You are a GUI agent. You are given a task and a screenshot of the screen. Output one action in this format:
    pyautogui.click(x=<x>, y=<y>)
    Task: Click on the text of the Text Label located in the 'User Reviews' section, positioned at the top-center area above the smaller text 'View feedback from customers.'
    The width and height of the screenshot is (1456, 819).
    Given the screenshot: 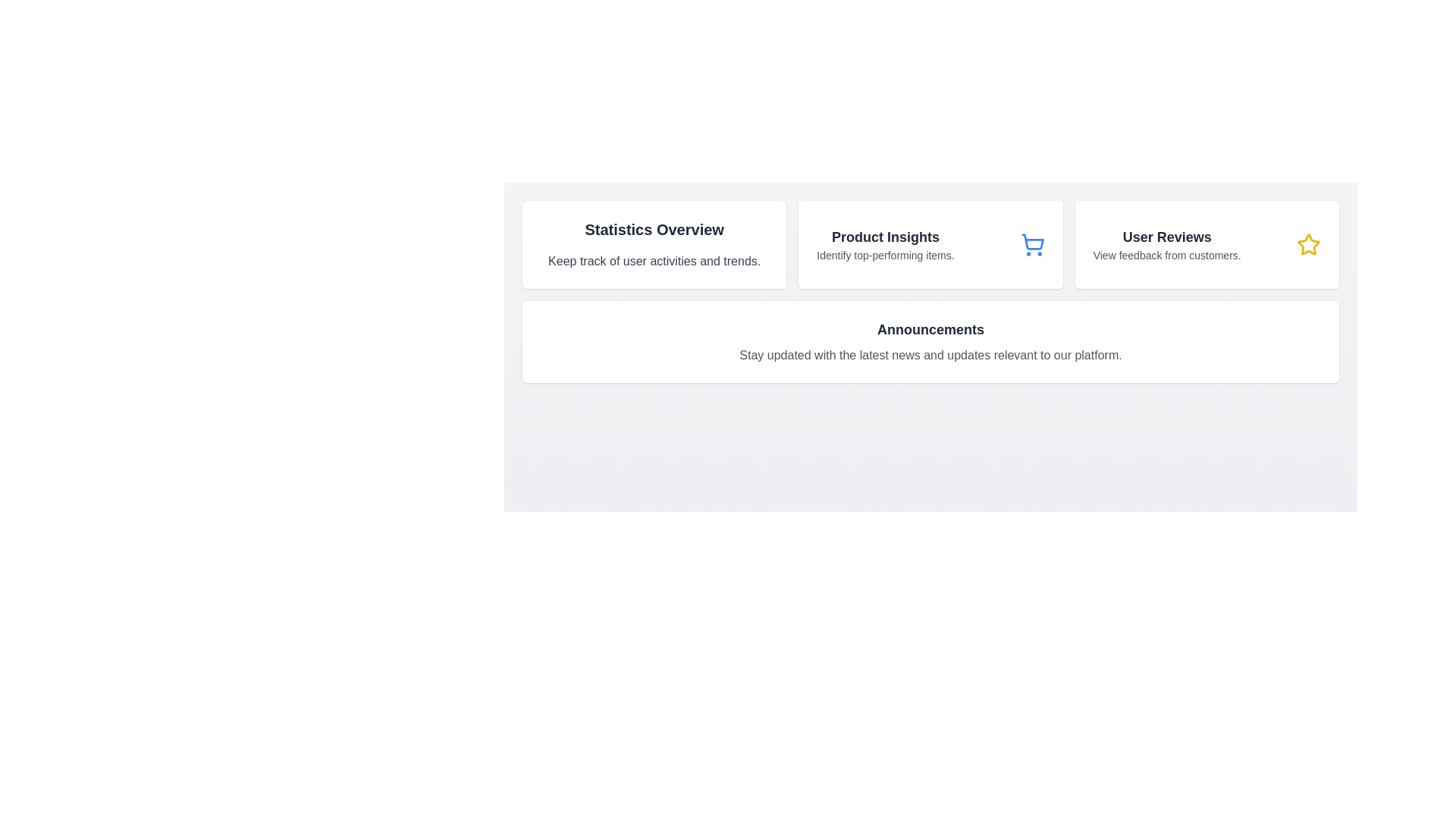 What is the action you would take?
    pyautogui.click(x=1166, y=237)
    